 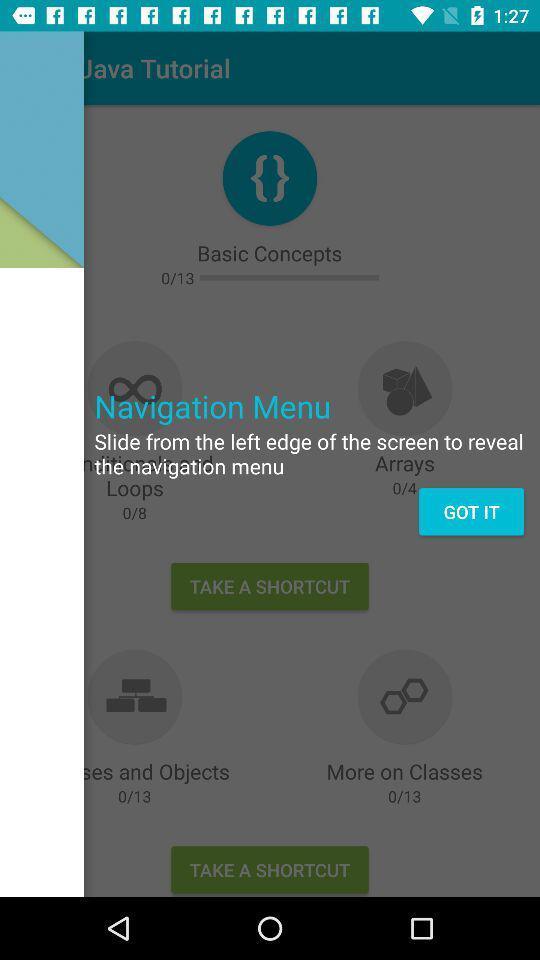 What do you see at coordinates (471, 510) in the screenshot?
I see `the icon on the right` at bounding box center [471, 510].